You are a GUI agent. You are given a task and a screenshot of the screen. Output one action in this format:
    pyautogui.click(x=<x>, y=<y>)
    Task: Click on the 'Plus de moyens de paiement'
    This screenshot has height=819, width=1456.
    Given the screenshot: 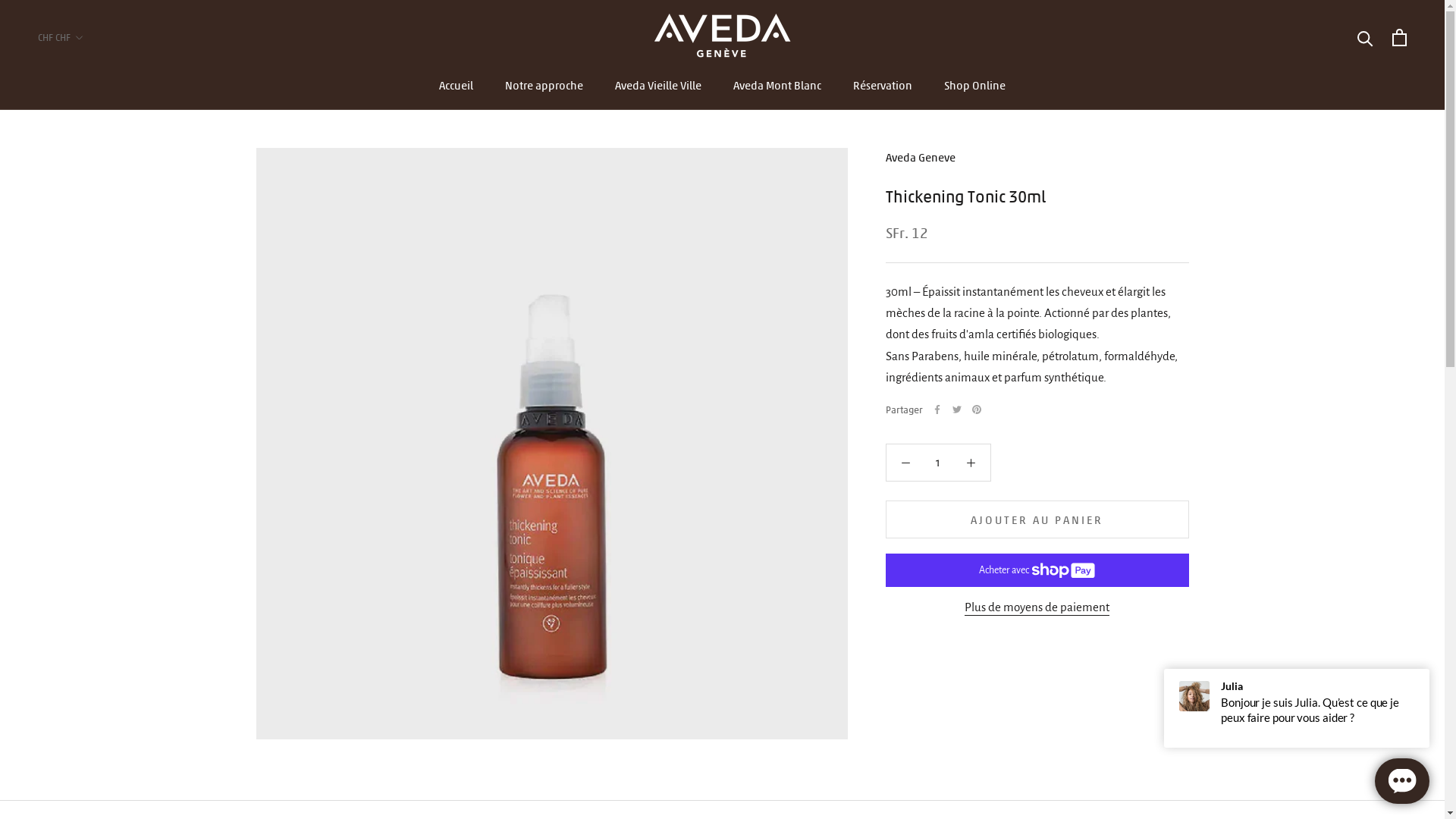 What is the action you would take?
    pyautogui.click(x=1036, y=607)
    